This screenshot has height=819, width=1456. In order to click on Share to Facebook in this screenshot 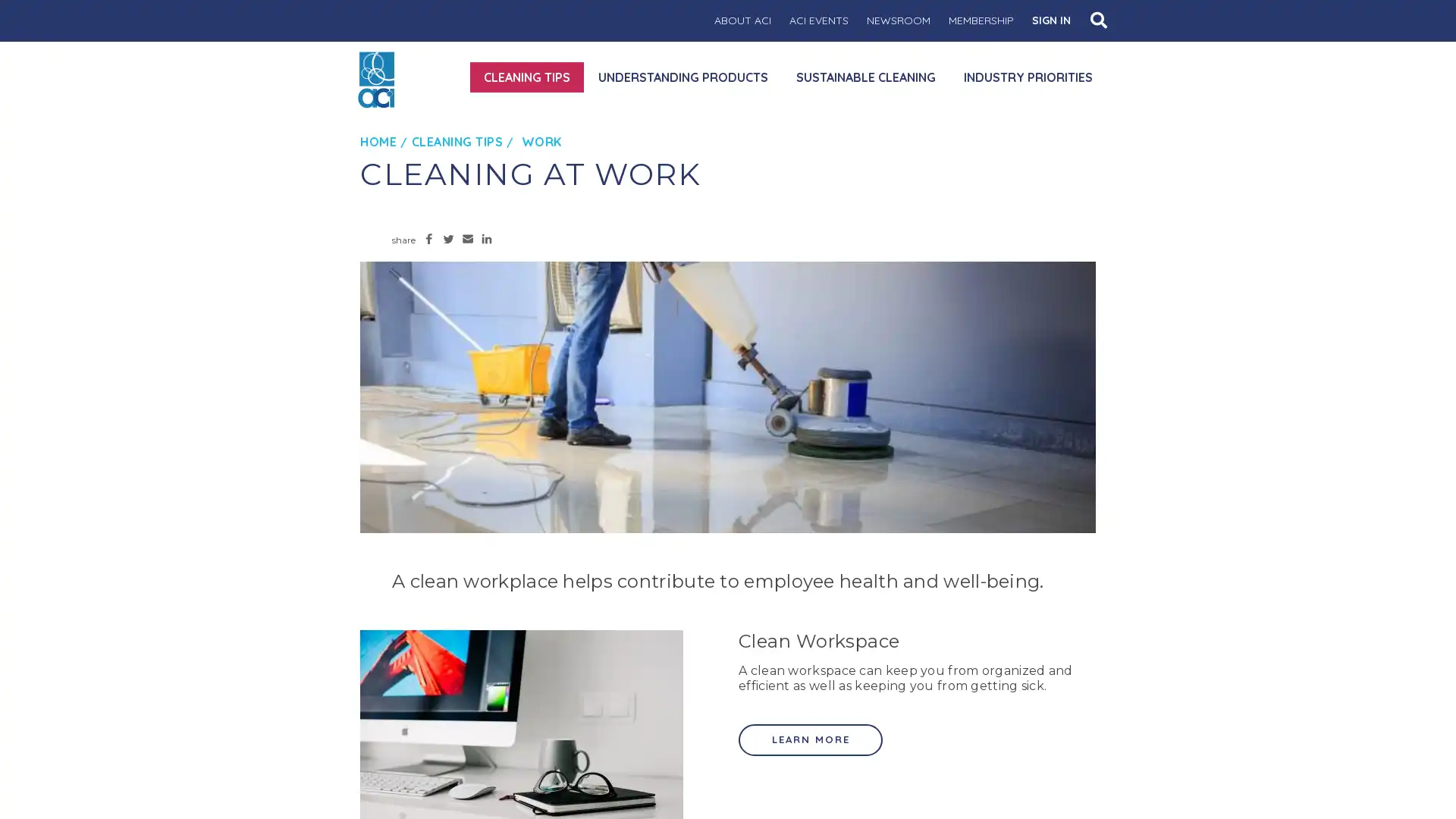, I will do `click(428, 239)`.